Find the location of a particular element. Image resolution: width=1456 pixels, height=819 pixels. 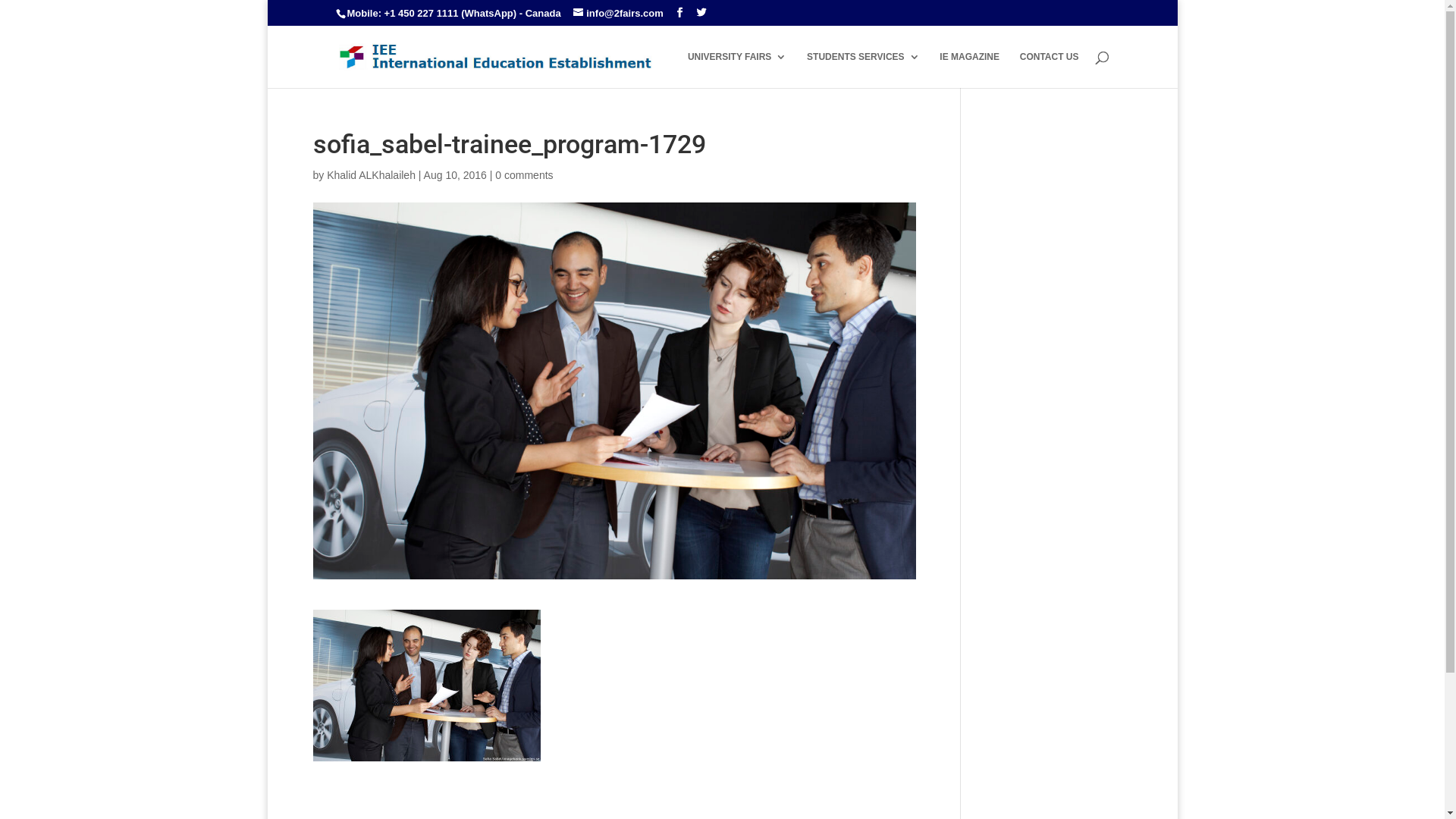

'UNIVERSITY FAIRS' is located at coordinates (737, 70).